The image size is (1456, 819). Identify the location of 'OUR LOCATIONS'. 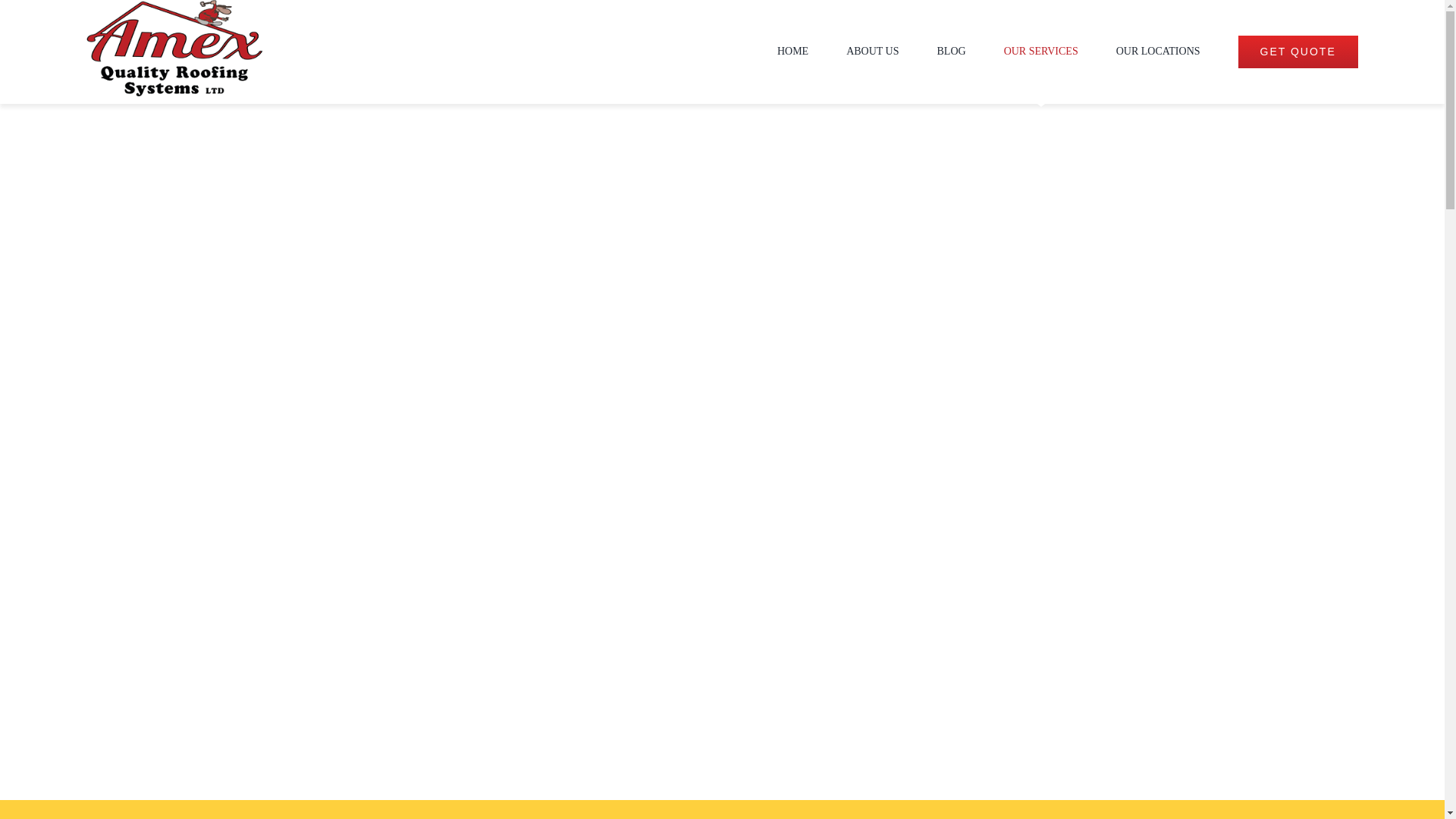
(1116, 51).